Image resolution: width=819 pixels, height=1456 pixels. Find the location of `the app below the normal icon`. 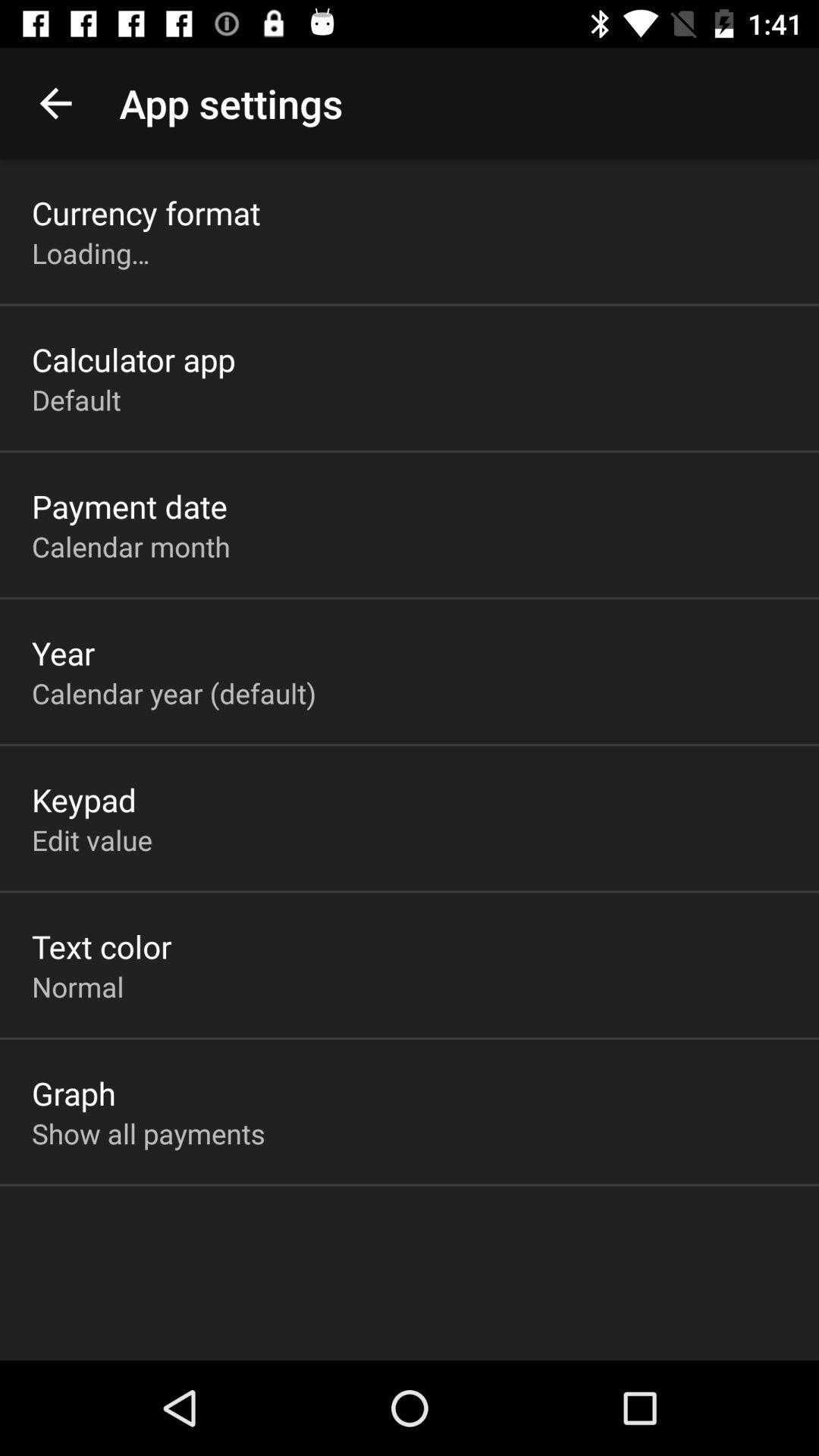

the app below the normal icon is located at coordinates (74, 1093).